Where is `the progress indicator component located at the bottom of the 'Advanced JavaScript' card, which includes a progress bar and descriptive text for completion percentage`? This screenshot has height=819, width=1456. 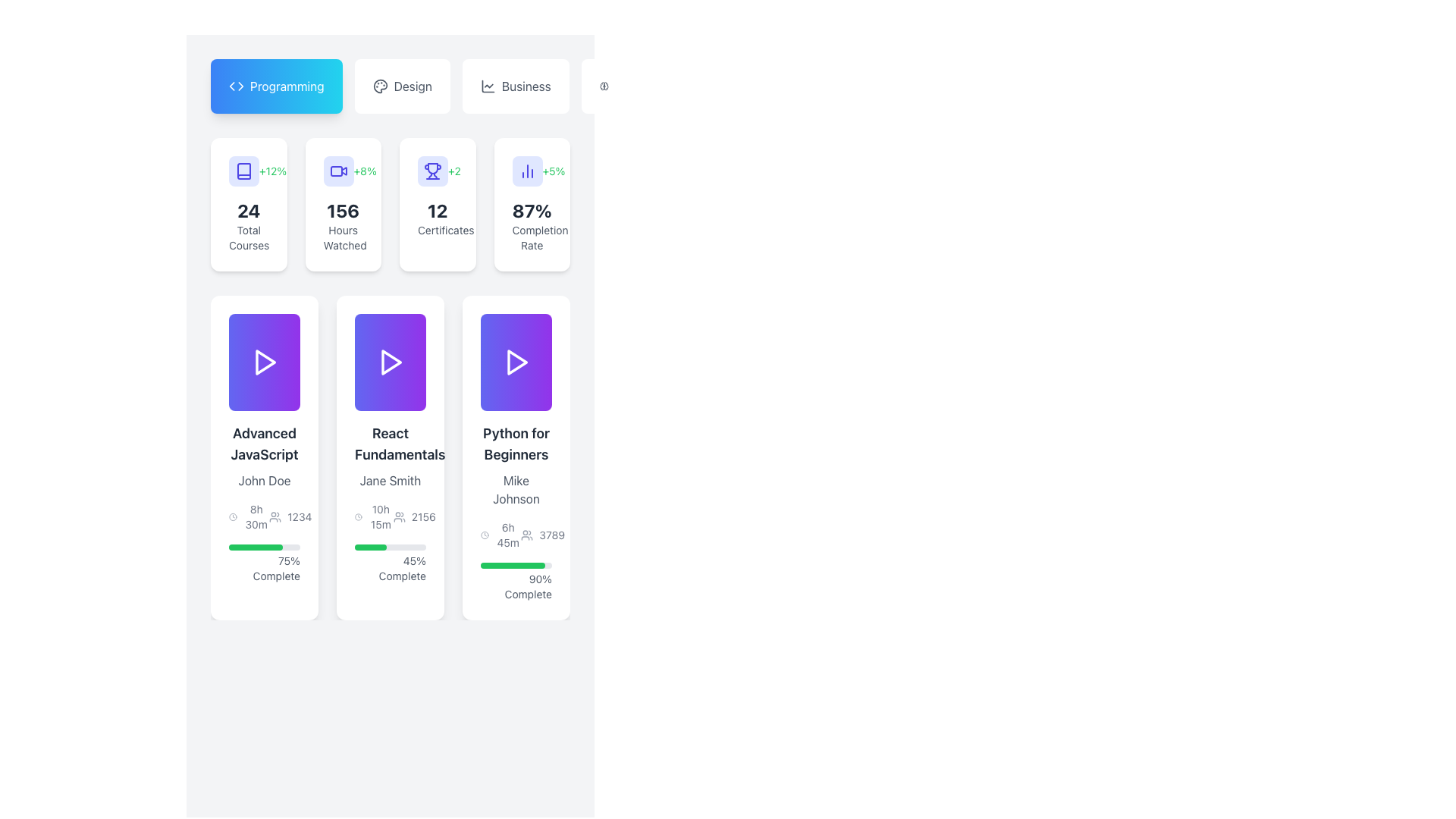
the progress indicator component located at the bottom of the 'Advanced JavaScript' card, which includes a progress bar and descriptive text for completion percentage is located at coordinates (265, 564).